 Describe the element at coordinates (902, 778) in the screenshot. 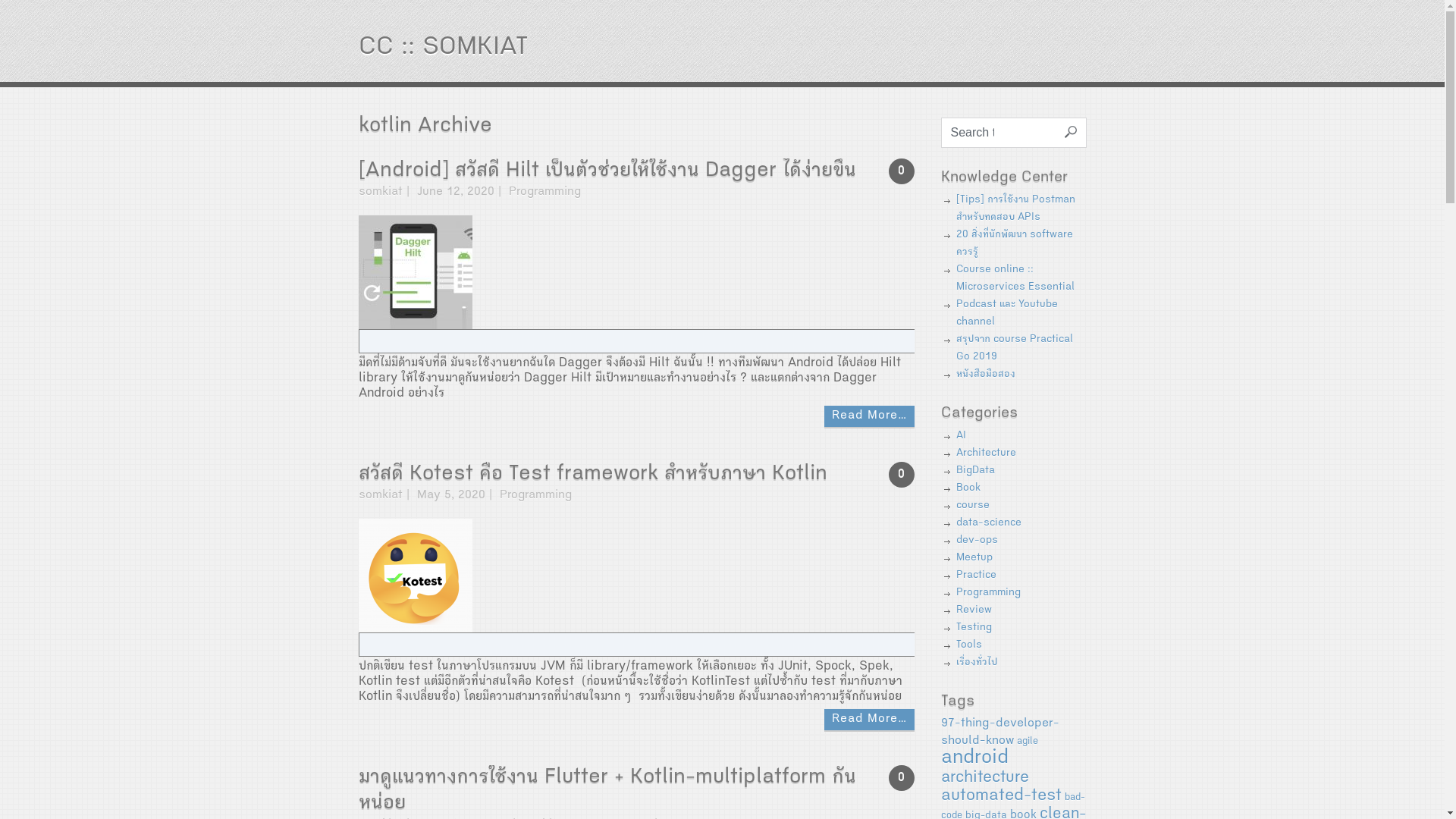

I see `'0'` at that location.